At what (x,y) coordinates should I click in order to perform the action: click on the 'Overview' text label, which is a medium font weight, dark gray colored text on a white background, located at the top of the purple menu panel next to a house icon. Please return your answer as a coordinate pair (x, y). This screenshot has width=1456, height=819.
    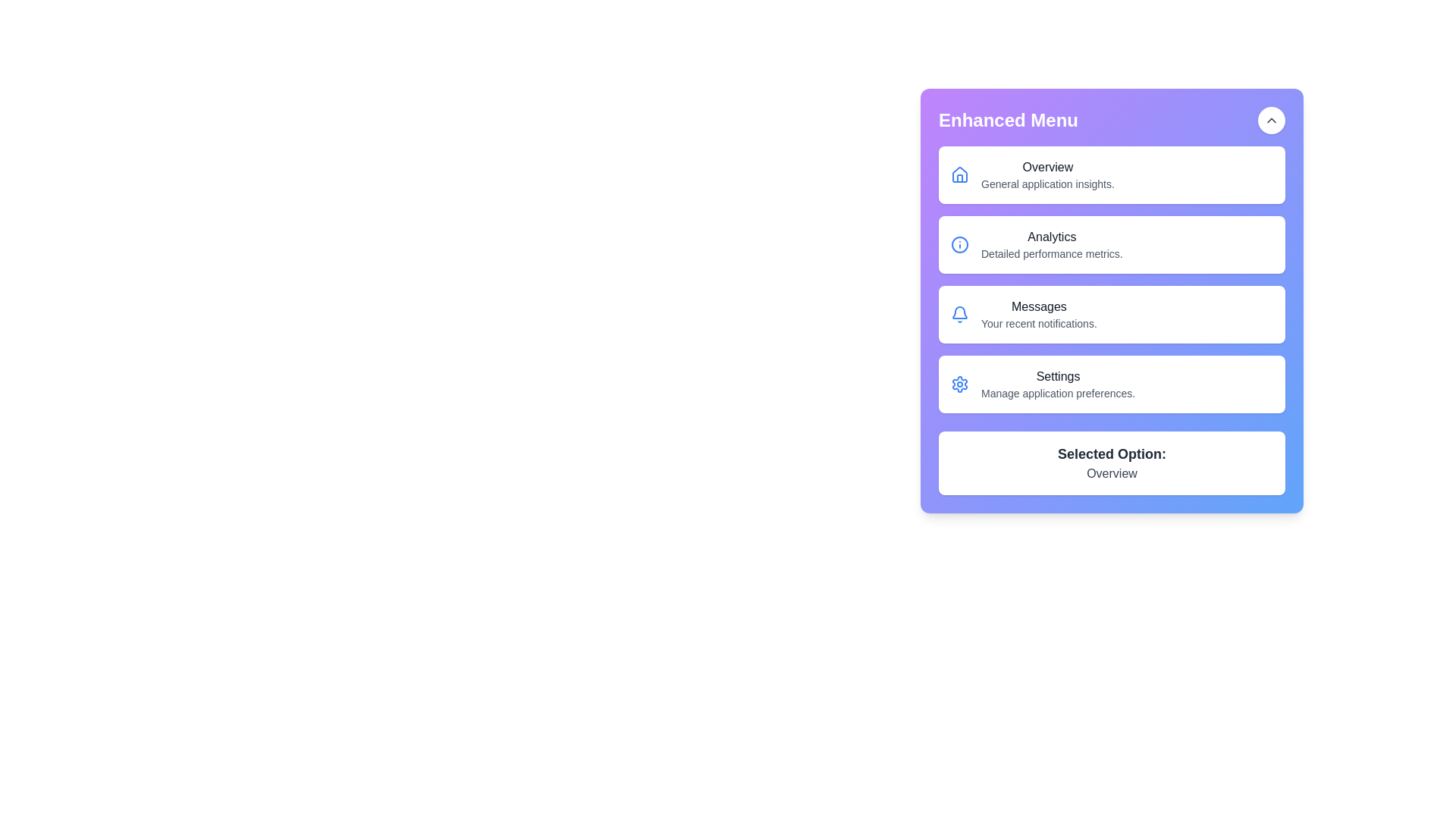
    Looking at the image, I should click on (1047, 167).